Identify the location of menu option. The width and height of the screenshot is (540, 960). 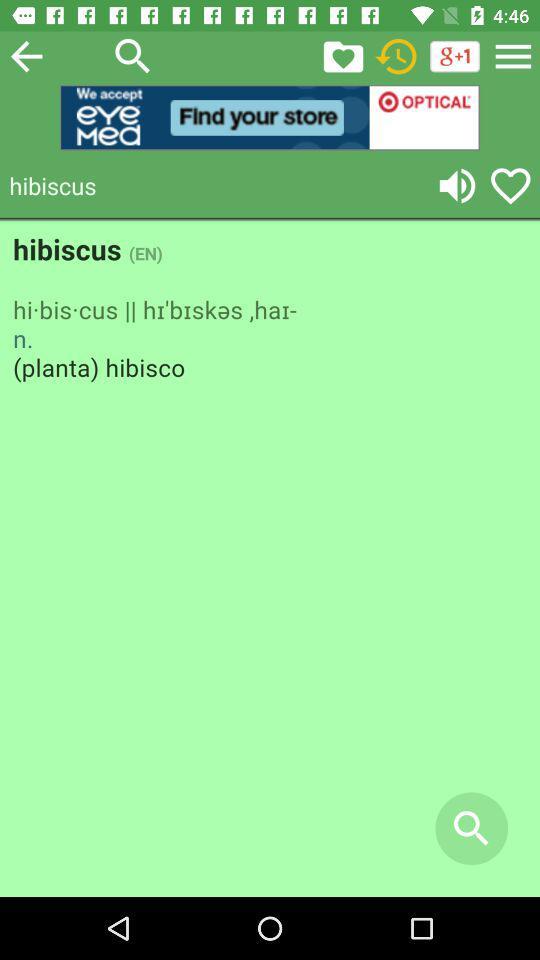
(513, 55).